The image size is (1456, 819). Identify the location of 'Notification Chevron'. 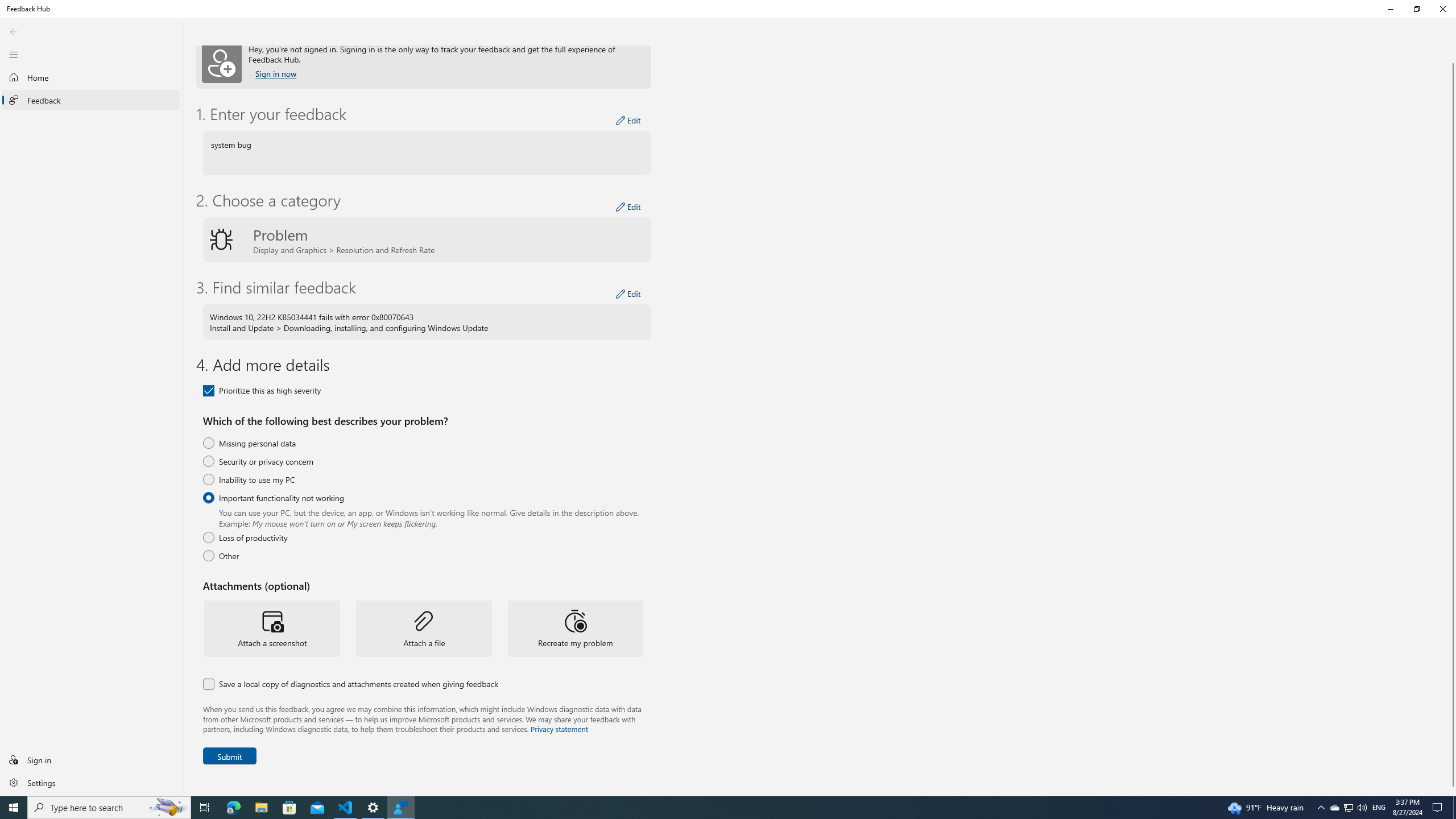
(1321, 806).